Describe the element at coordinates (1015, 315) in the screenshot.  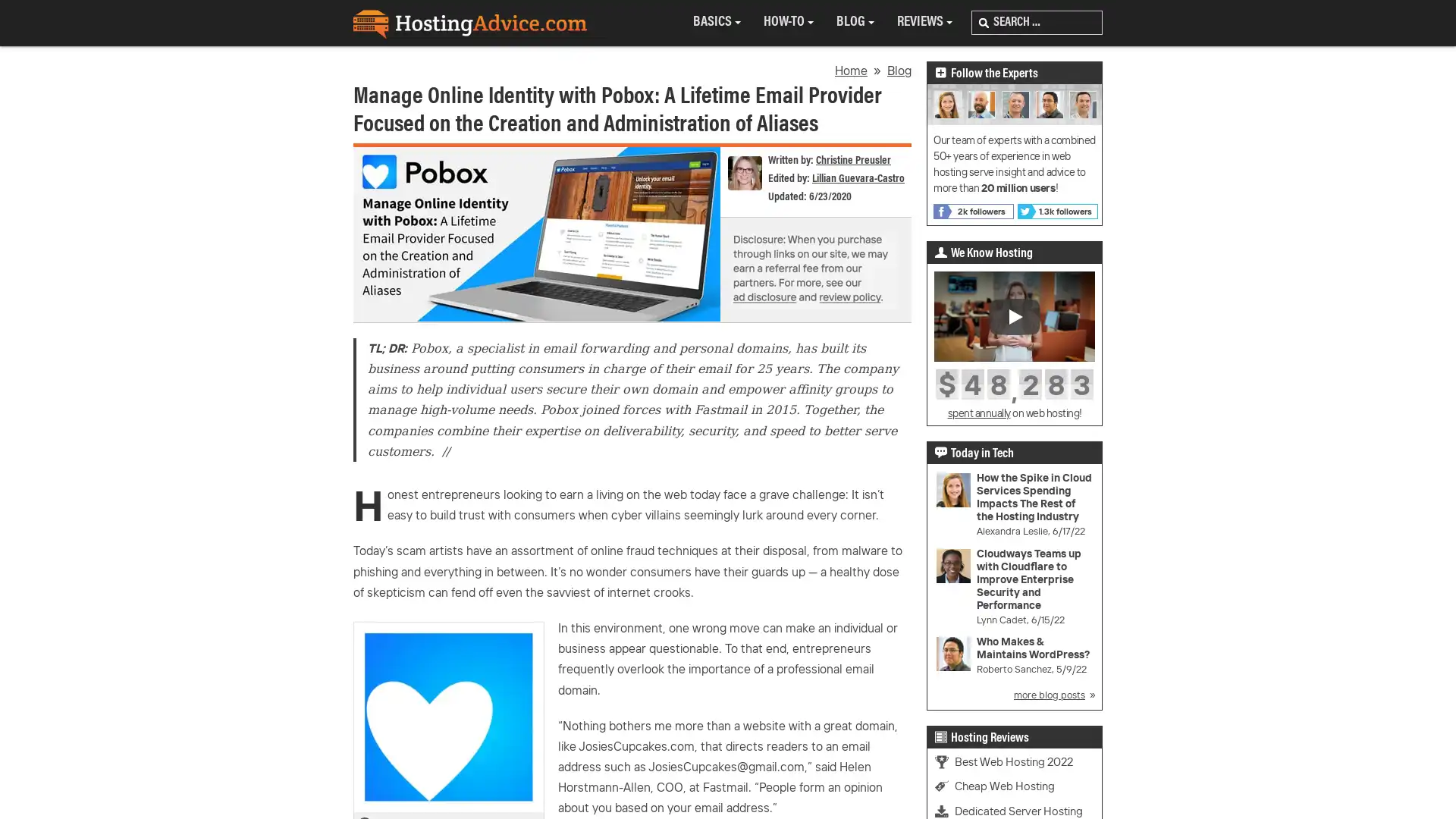
I see `Play` at that location.